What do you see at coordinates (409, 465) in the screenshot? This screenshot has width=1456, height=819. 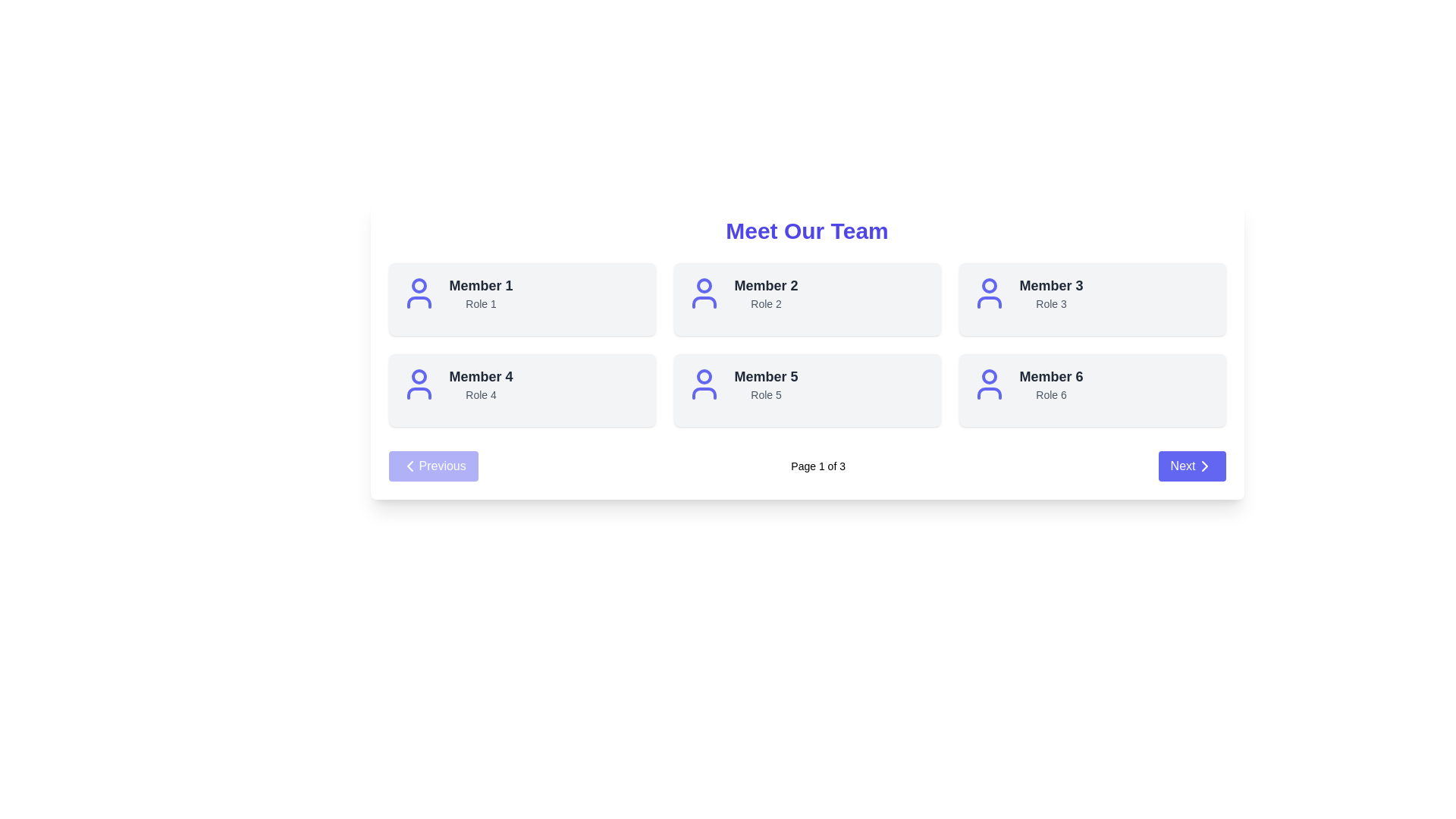 I see `the leftward-pointing chevron arrow icon located within the 'Previous' button in the navigation interface` at bounding box center [409, 465].